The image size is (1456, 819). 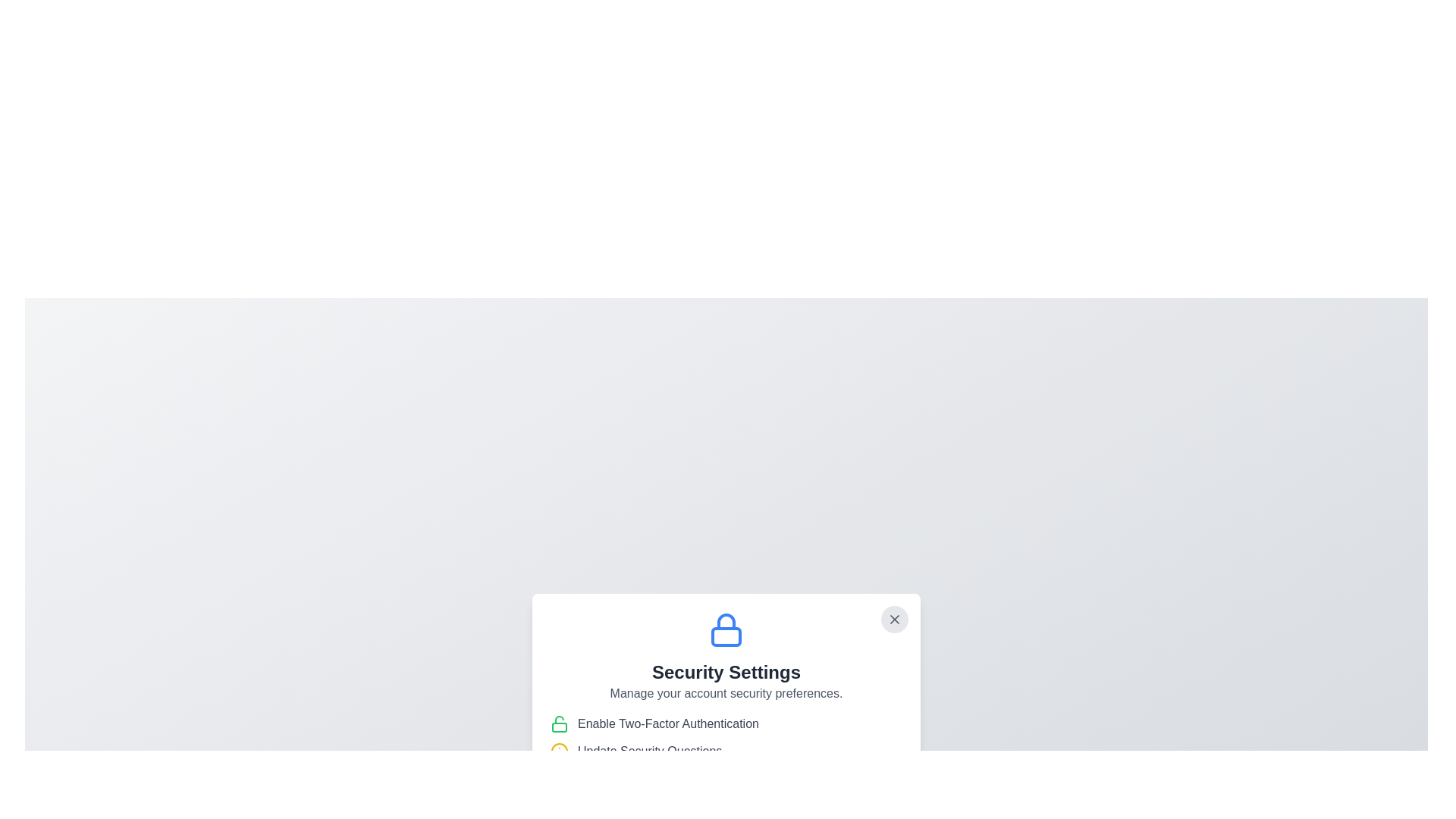 I want to click on the security icon located at the top of the modal dialog box, which is centrally positioned above the 'Security Settings' text, so click(x=726, y=629).